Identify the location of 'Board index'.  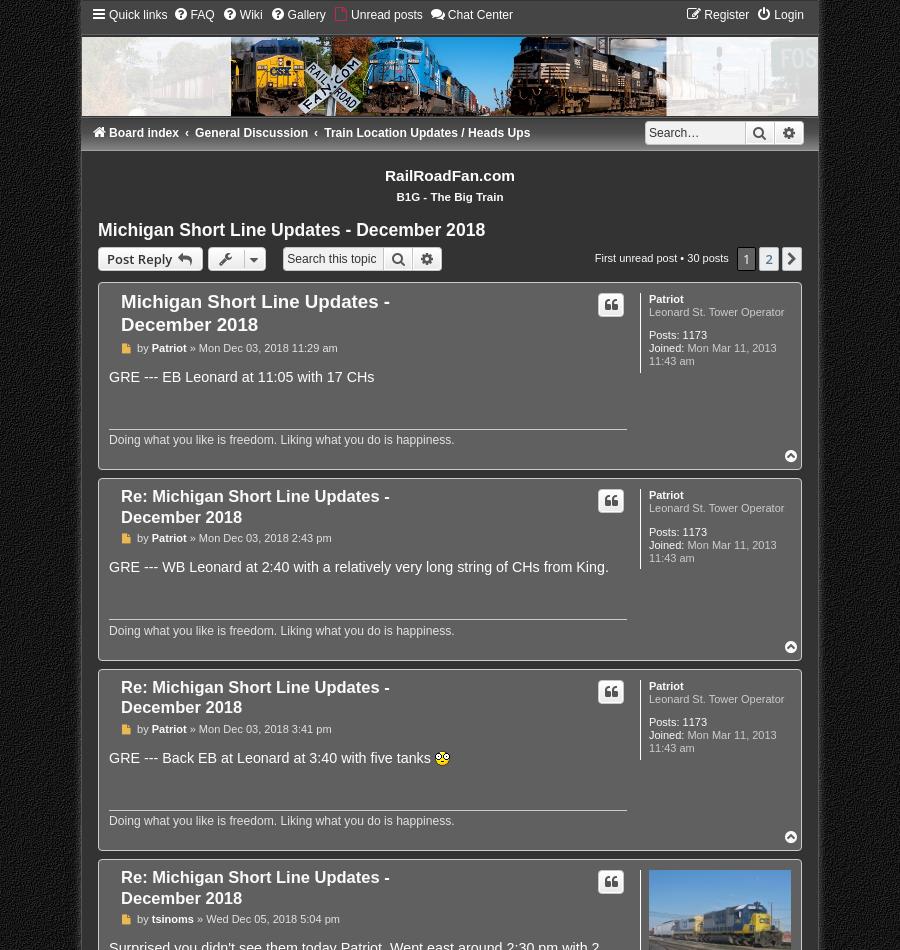
(143, 133).